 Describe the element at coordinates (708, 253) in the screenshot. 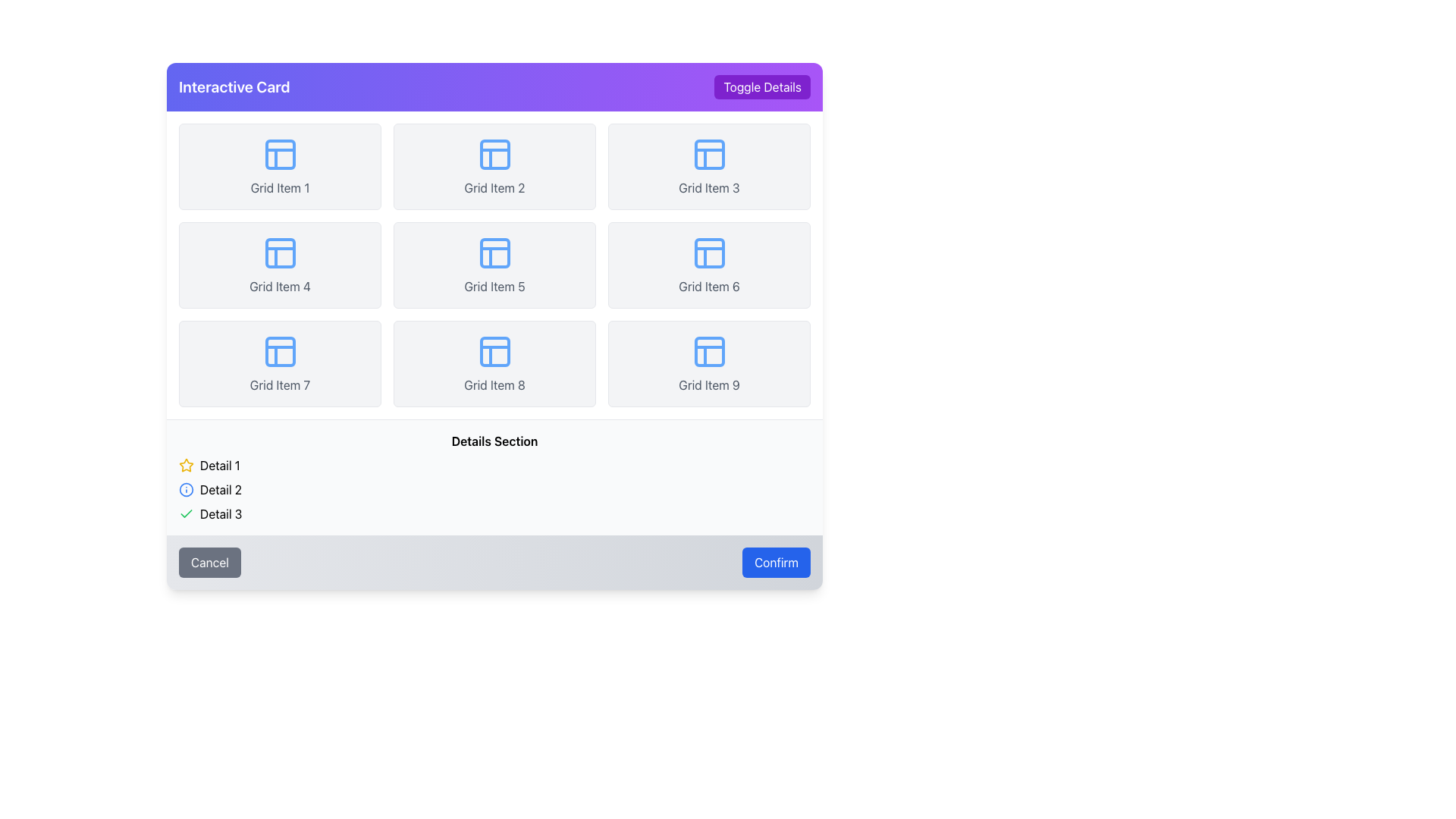

I see `the decorative element within the SVG graphic representing 'Grid Item 6', located in the second row, third column of a 3x3 grid arrangement in the main interface` at that location.